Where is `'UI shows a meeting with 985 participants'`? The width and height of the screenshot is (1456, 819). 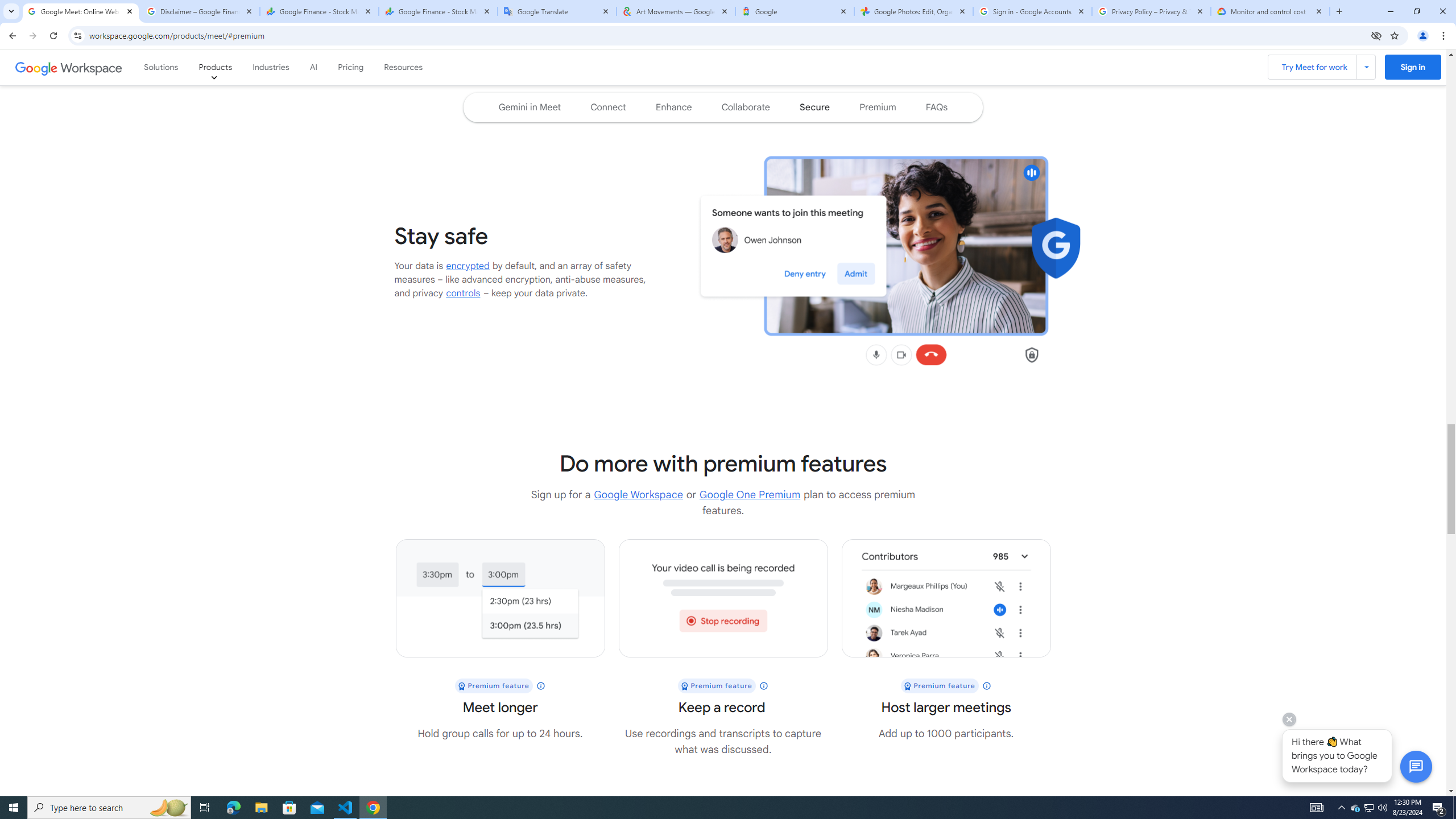 'UI shows a meeting with 985 participants' is located at coordinates (946, 597).